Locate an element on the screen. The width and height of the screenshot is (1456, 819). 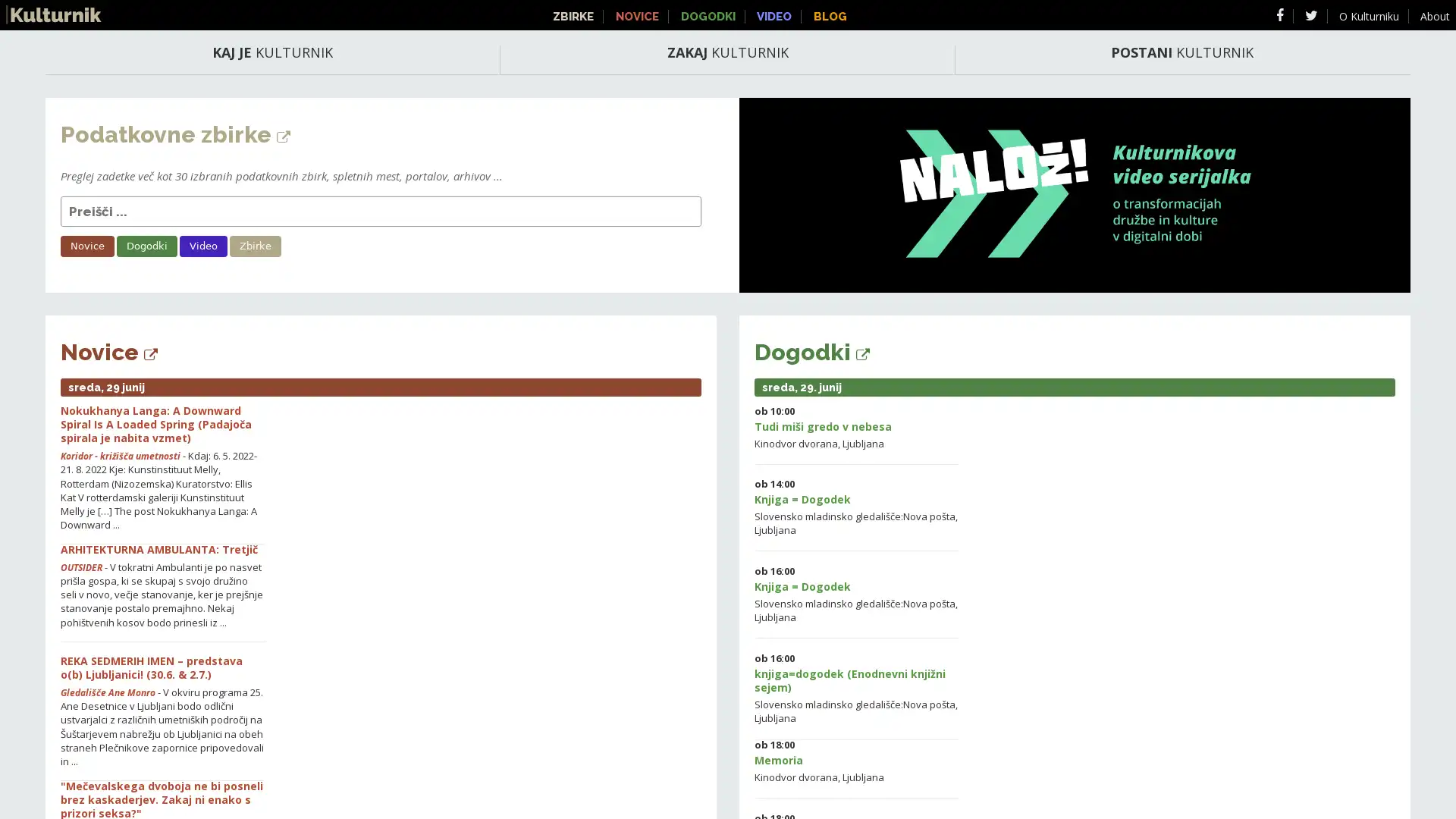
Video is located at coordinates (202, 245).